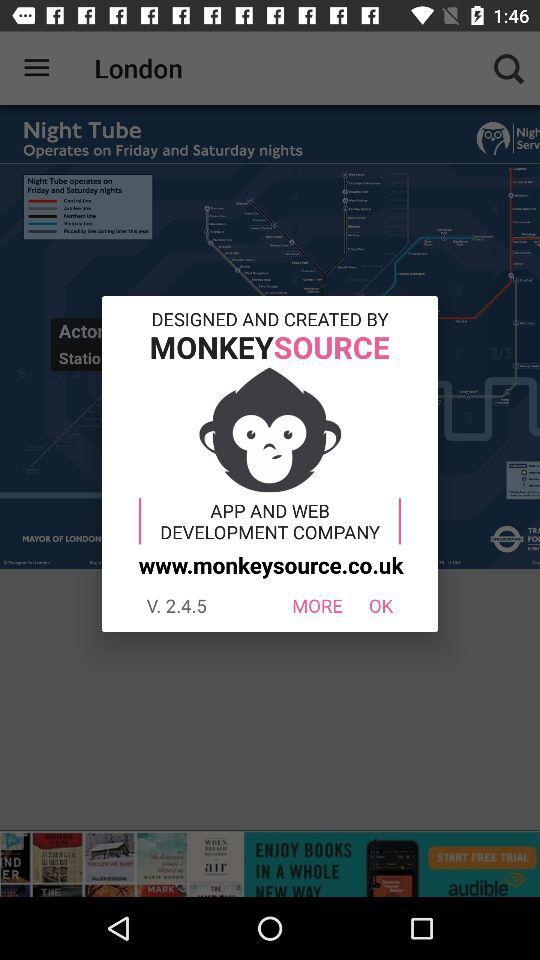 The width and height of the screenshot is (540, 960). Describe the element at coordinates (381, 604) in the screenshot. I see `item next to the more icon` at that location.